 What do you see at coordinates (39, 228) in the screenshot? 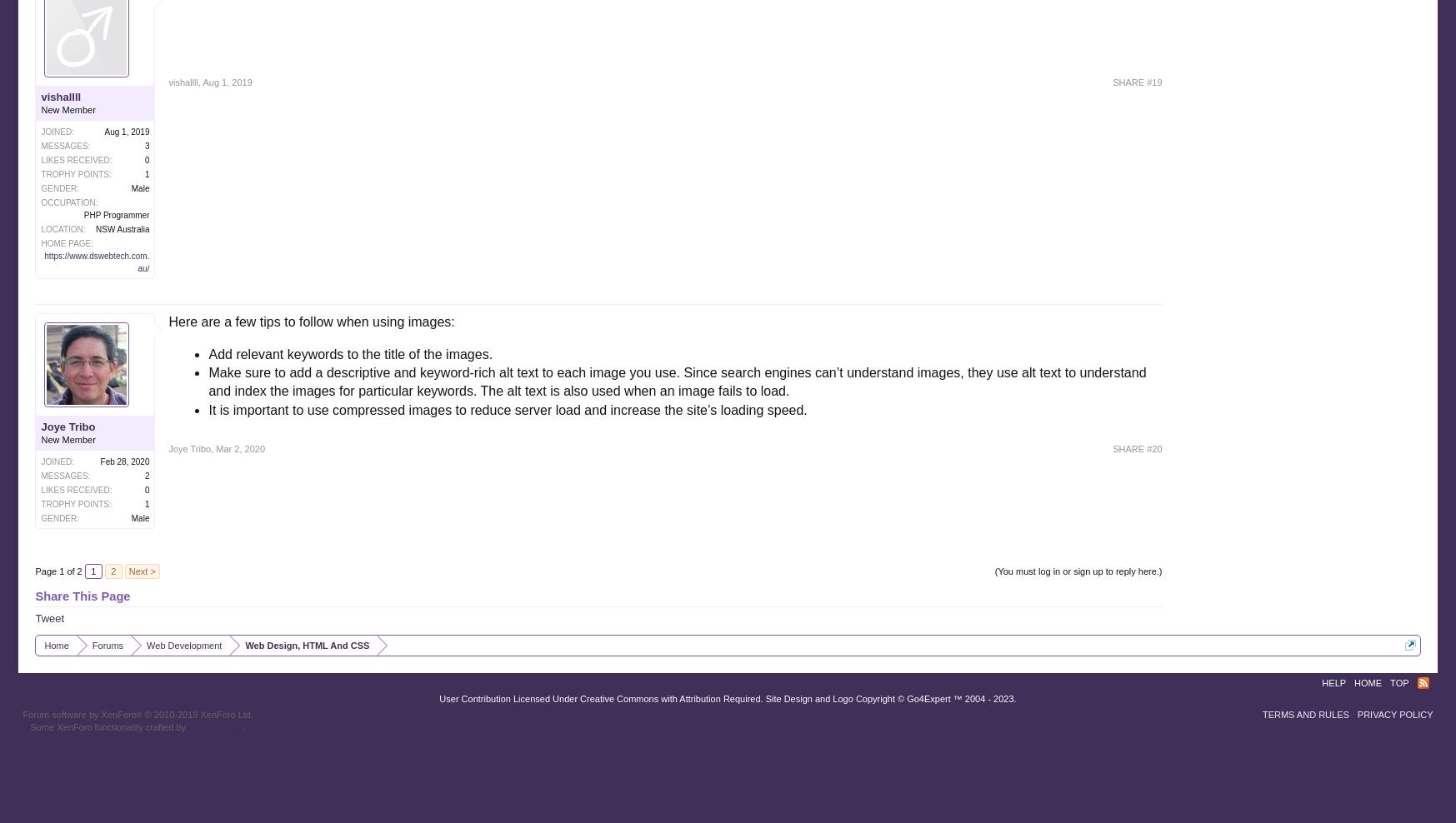
I see `'Location:'` at bounding box center [39, 228].